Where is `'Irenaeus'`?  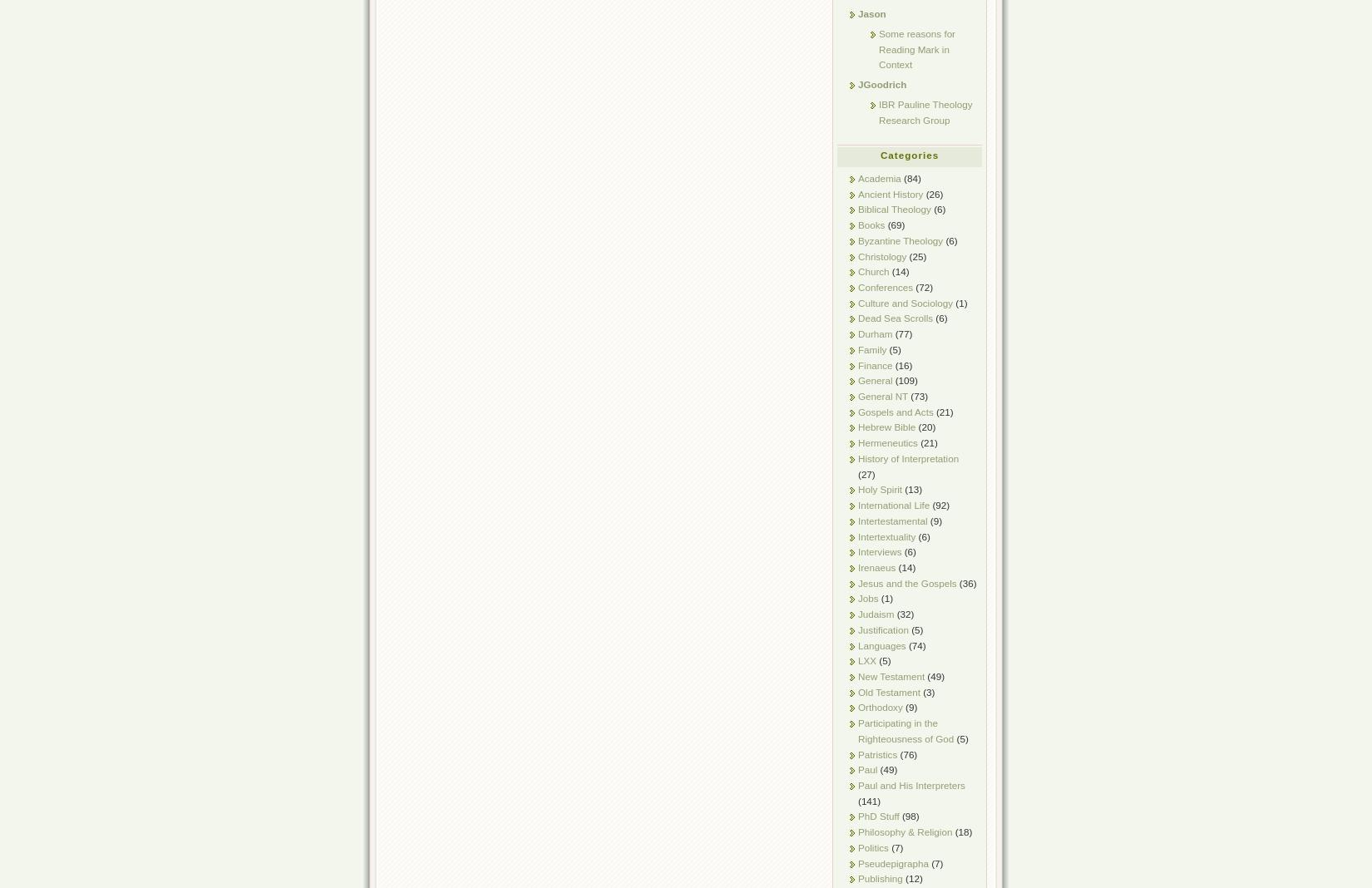 'Irenaeus' is located at coordinates (876, 566).